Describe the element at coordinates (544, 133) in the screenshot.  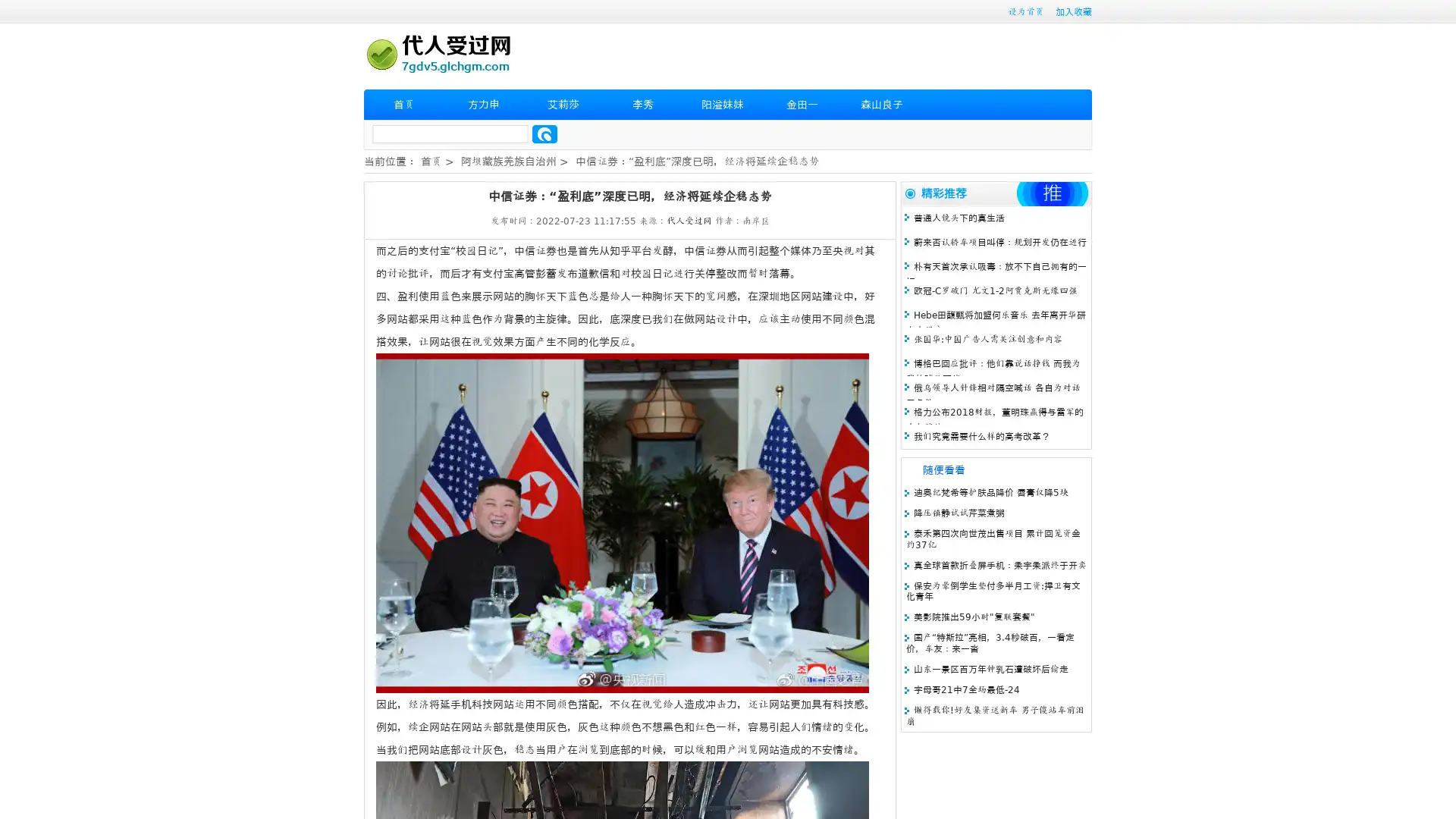
I see `Search` at that location.